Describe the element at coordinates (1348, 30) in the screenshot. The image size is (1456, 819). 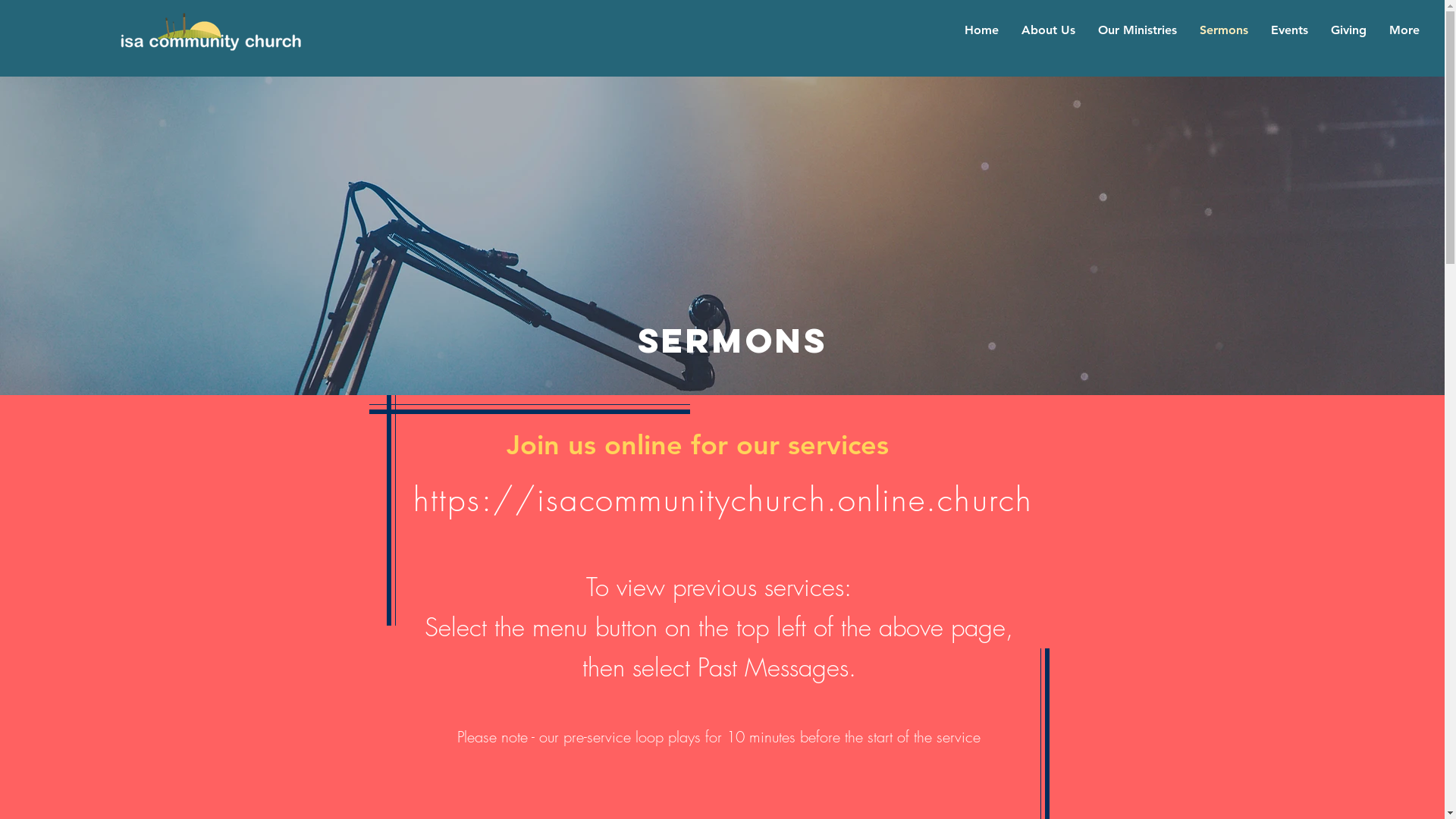
I see `'Giving'` at that location.